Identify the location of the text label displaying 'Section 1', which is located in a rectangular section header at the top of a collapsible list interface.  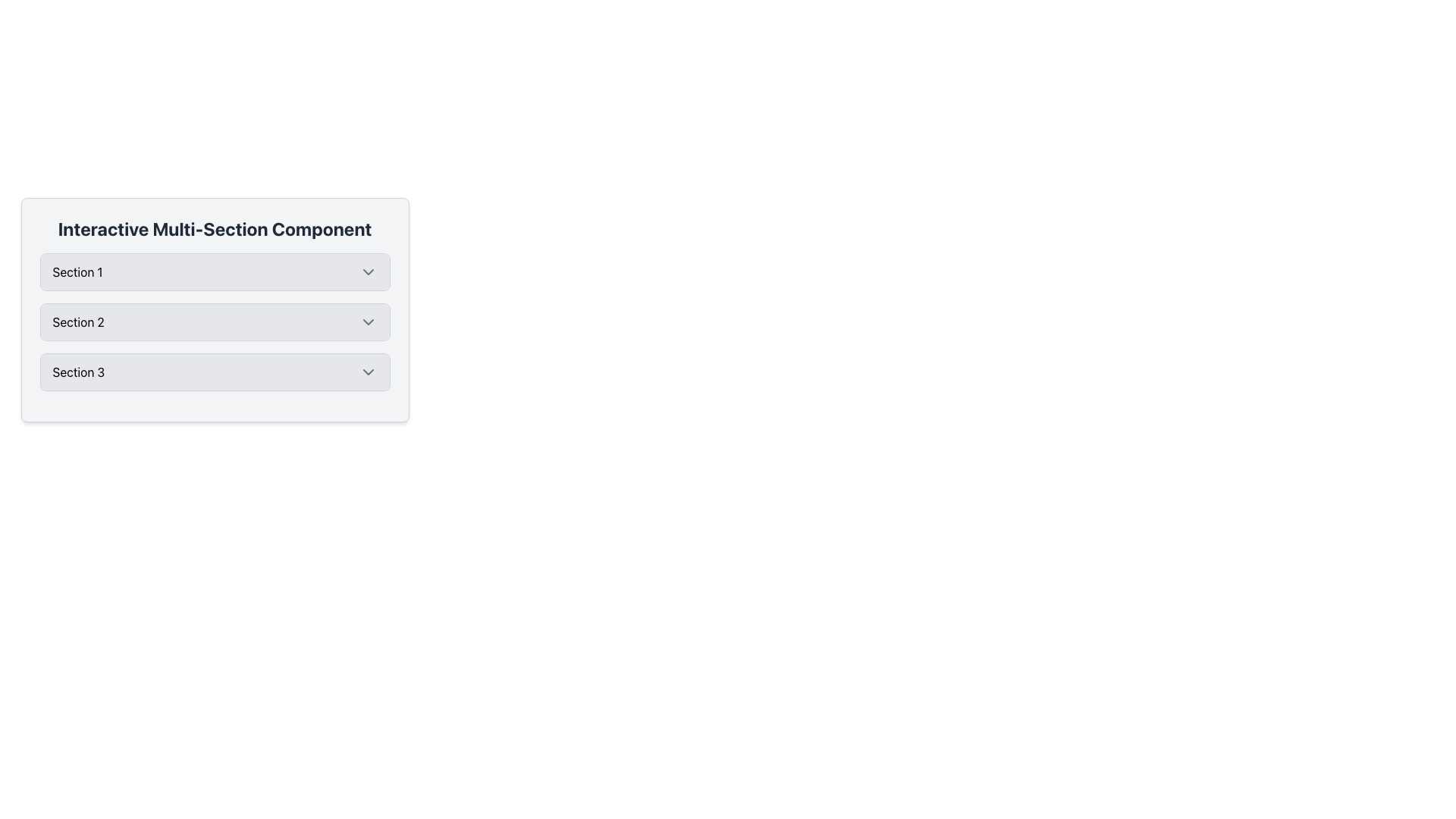
(77, 271).